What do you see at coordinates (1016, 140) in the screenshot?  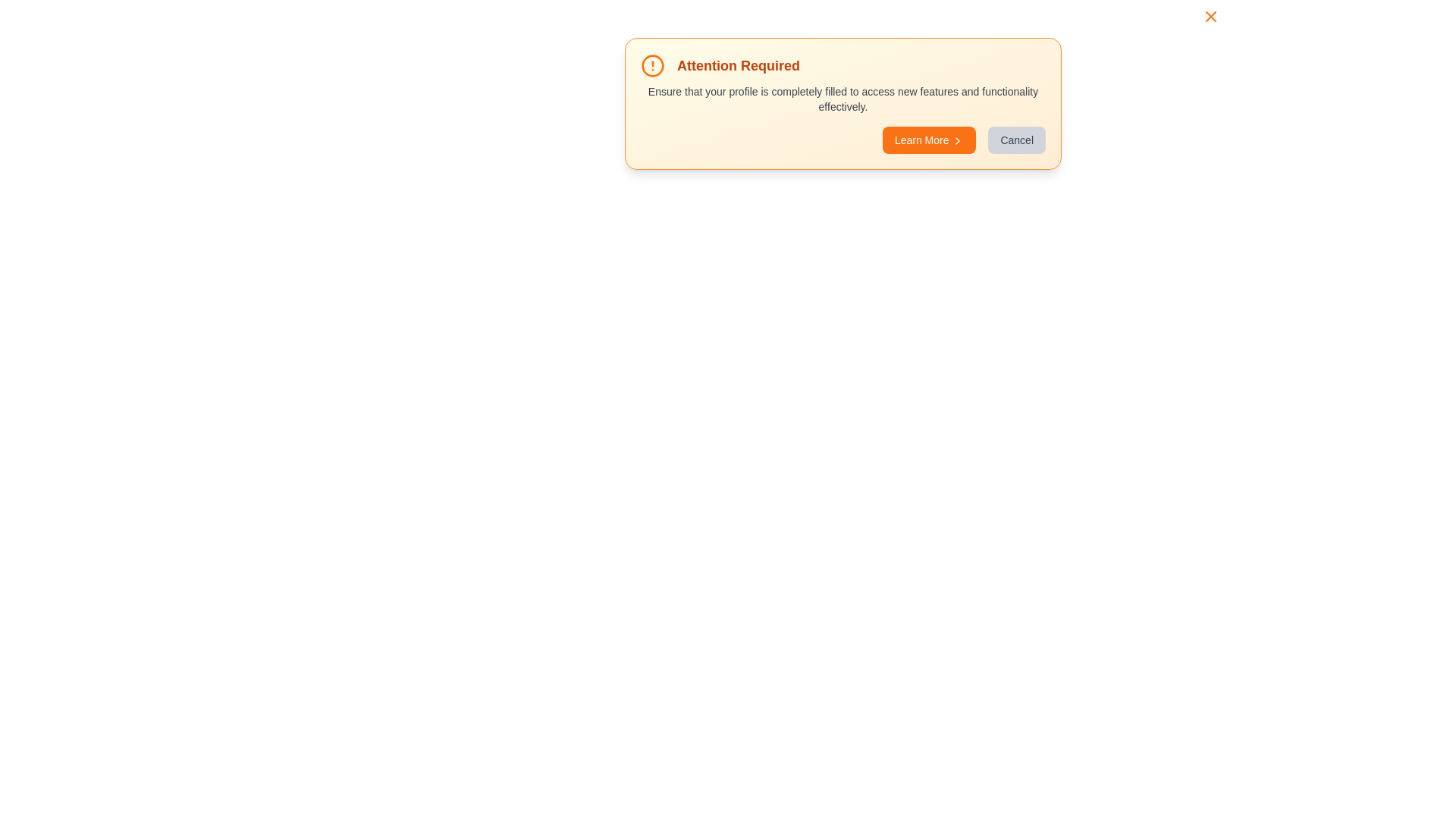 I see `'Cancel' button to dismiss the action options` at bounding box center [1016, 140].